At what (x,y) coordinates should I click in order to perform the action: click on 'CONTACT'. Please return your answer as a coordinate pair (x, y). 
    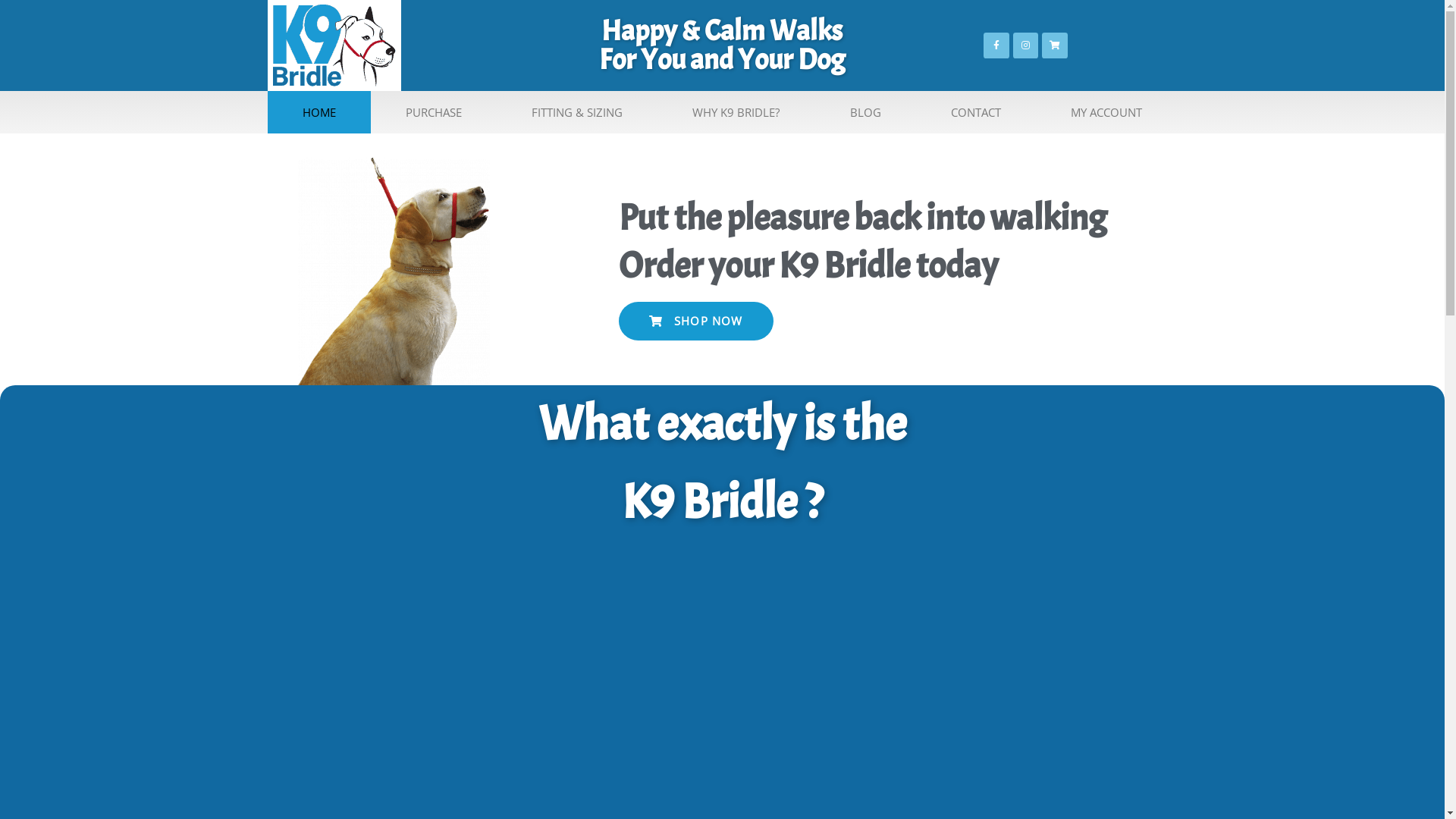
    Looking at the image, I should click on (975, 111).